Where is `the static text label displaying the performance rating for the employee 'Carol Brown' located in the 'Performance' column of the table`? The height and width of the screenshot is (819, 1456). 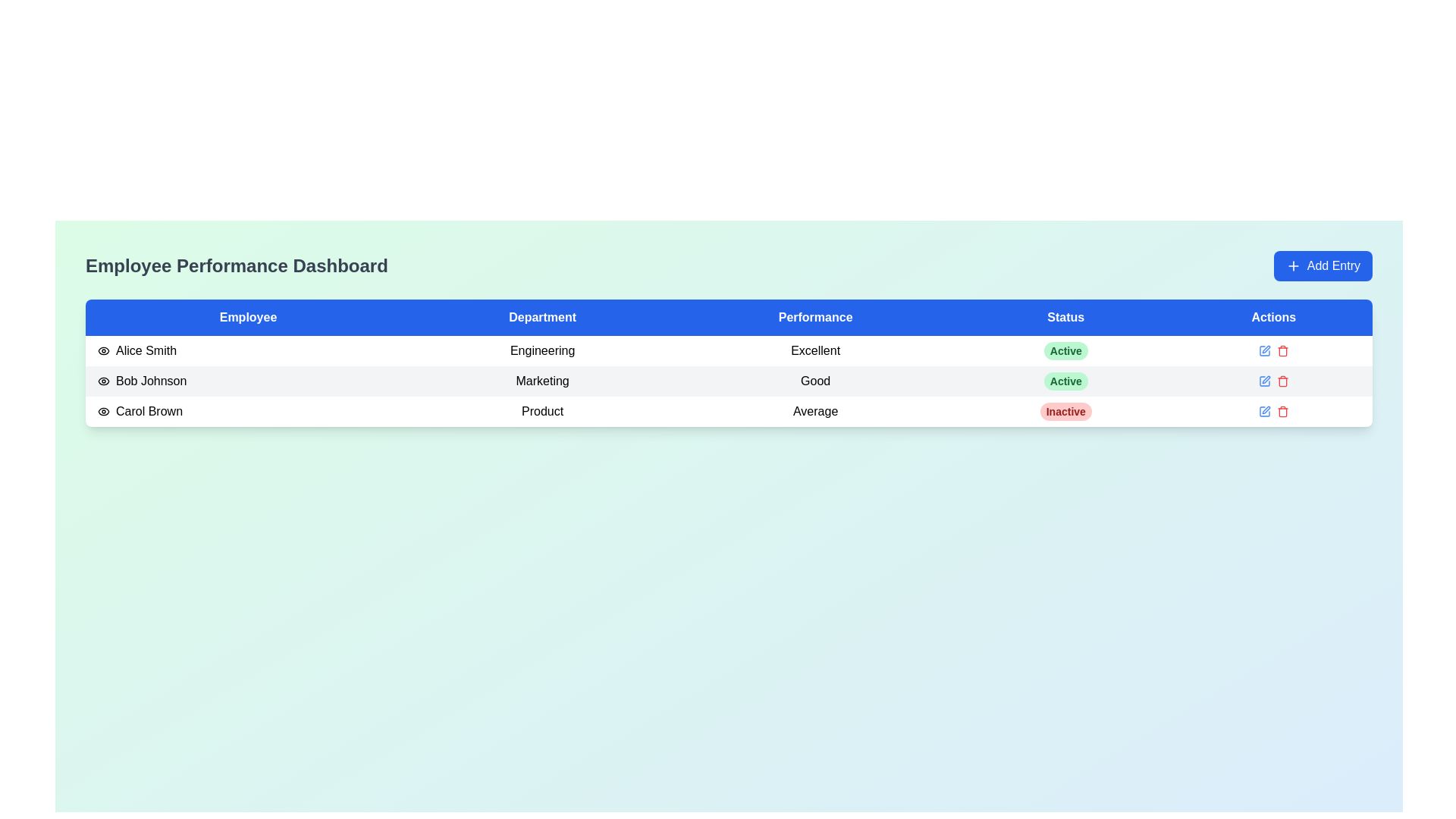
the static text label displaying the performance rating for the employee 'Carol Brown' located in the 'Performance' column of the table is located at coordinates (814, 412).